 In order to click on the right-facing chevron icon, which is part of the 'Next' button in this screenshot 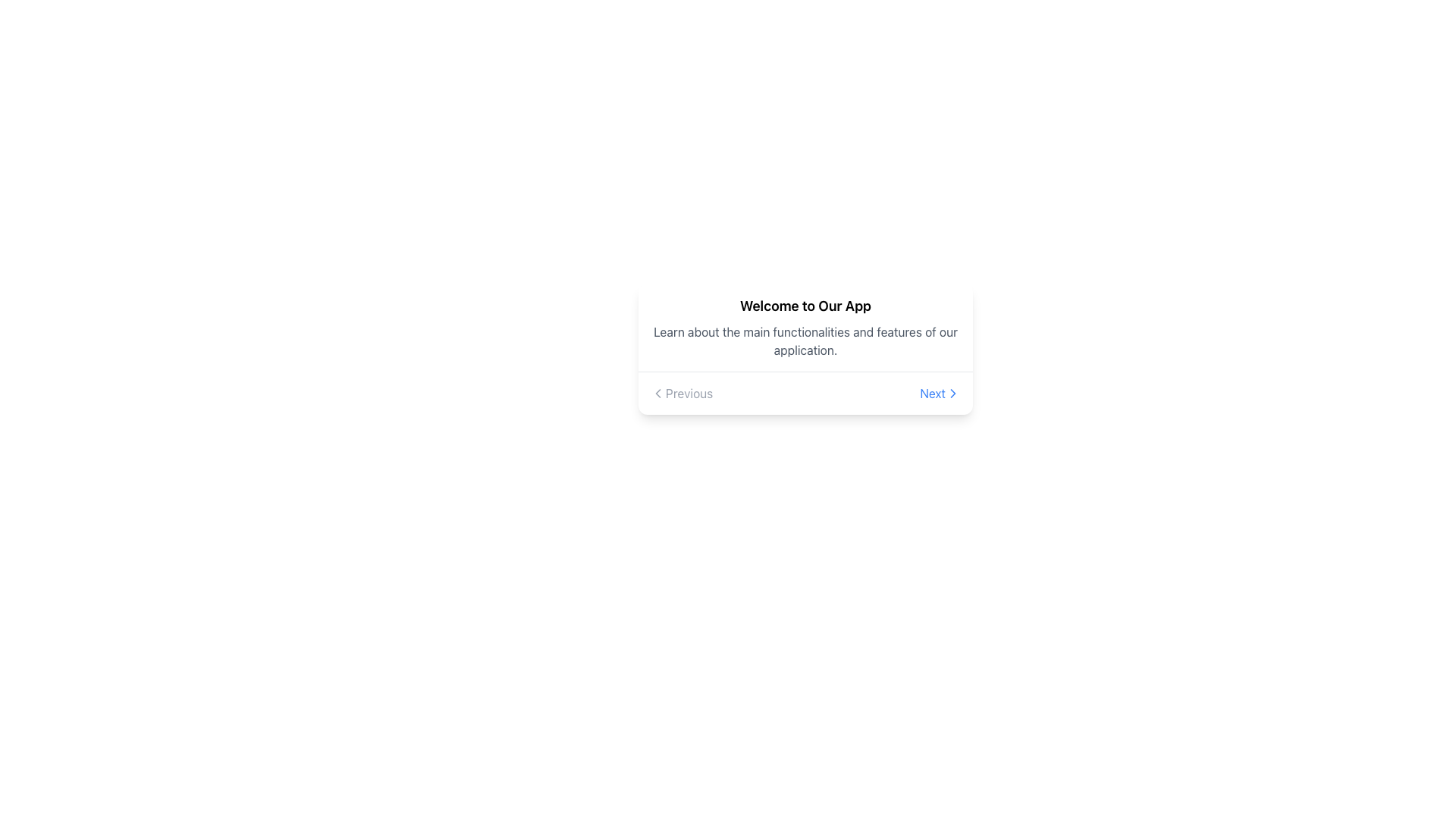, I will do `click(952, 393)`.